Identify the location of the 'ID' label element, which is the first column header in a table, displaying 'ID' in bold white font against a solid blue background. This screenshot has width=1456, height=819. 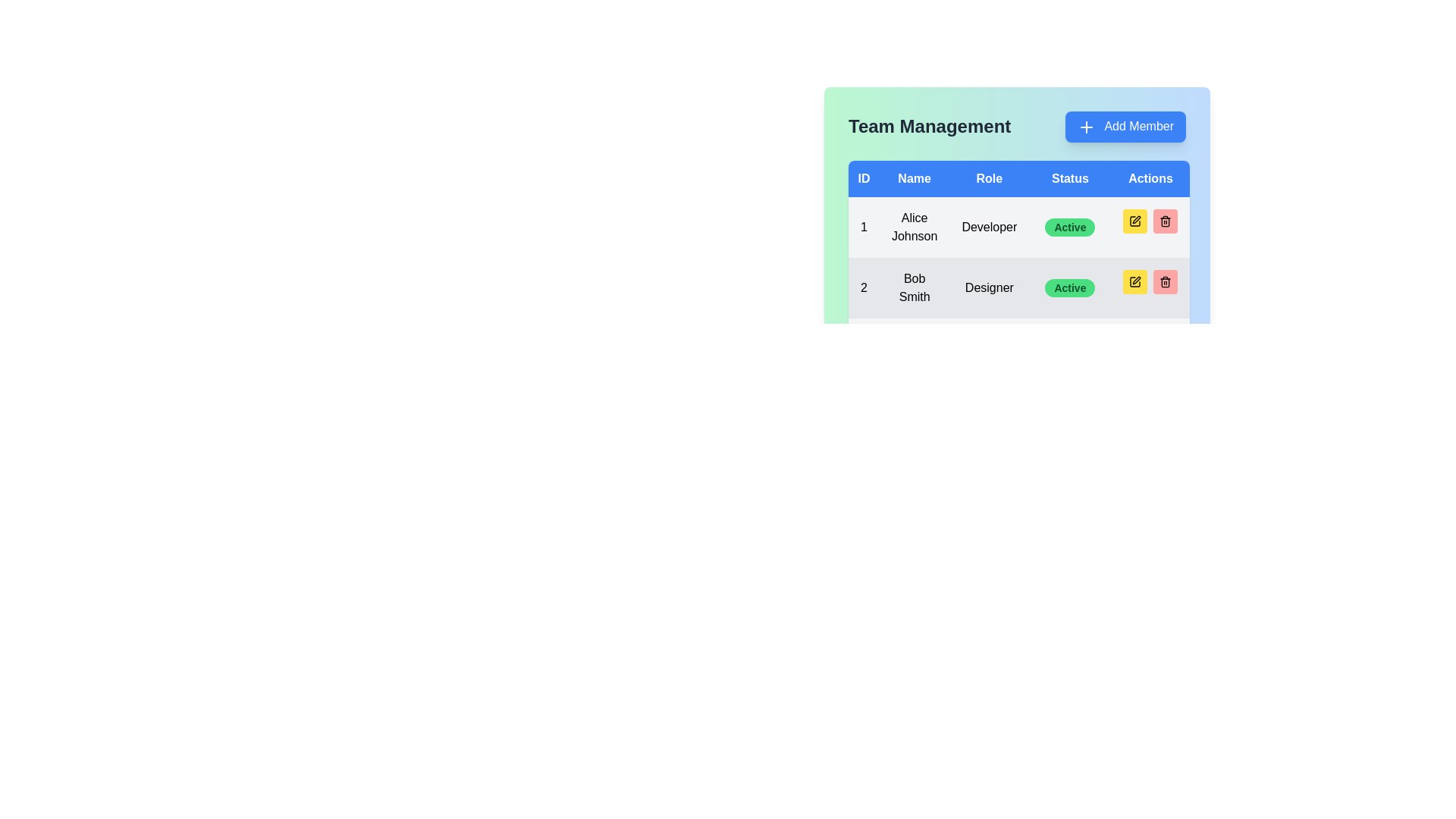
(864, 177).